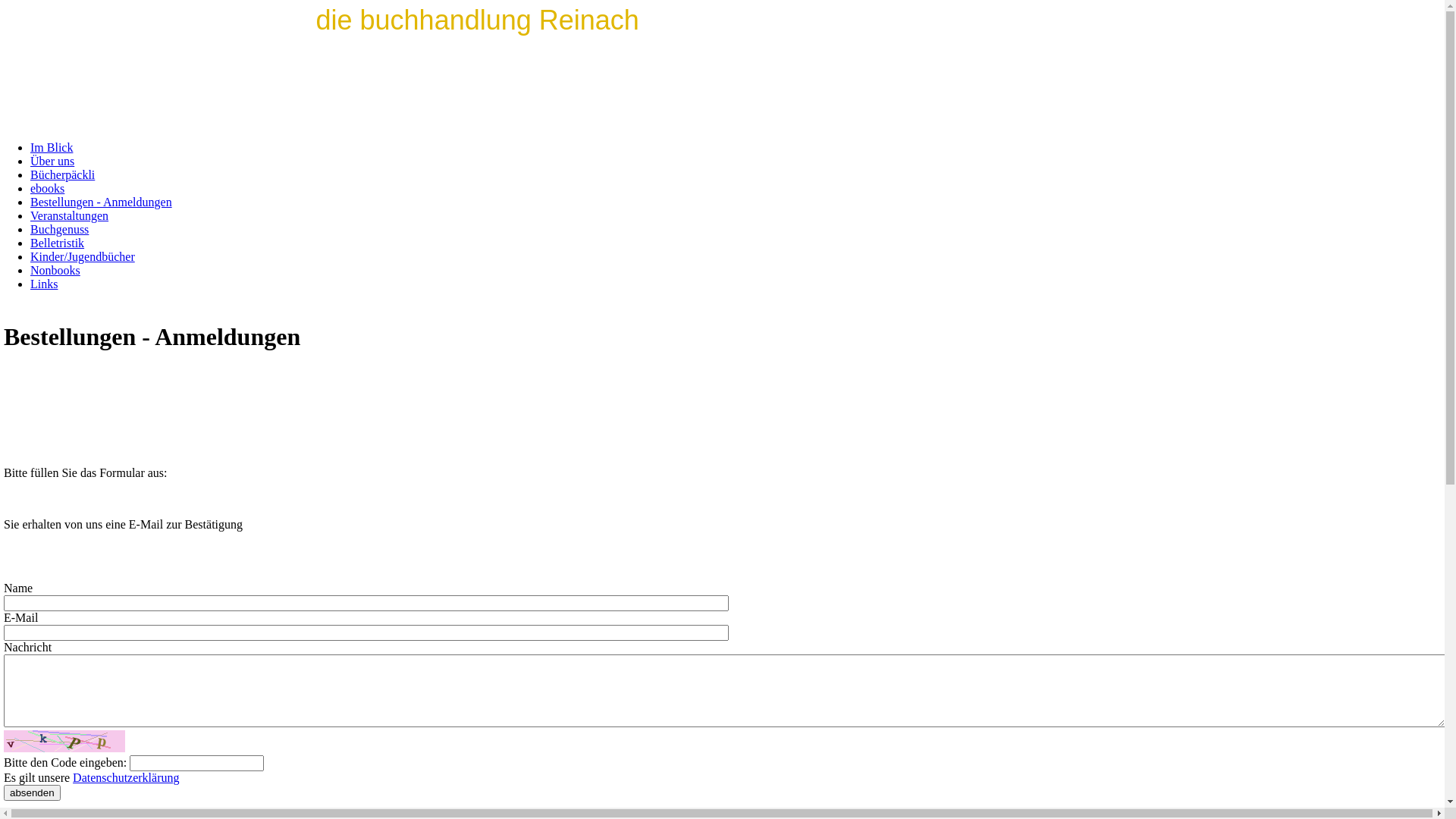  What do you see at coordinates (32, 792) in the screenshot?
I see `'absenden'` at bounding box center [32, 792].